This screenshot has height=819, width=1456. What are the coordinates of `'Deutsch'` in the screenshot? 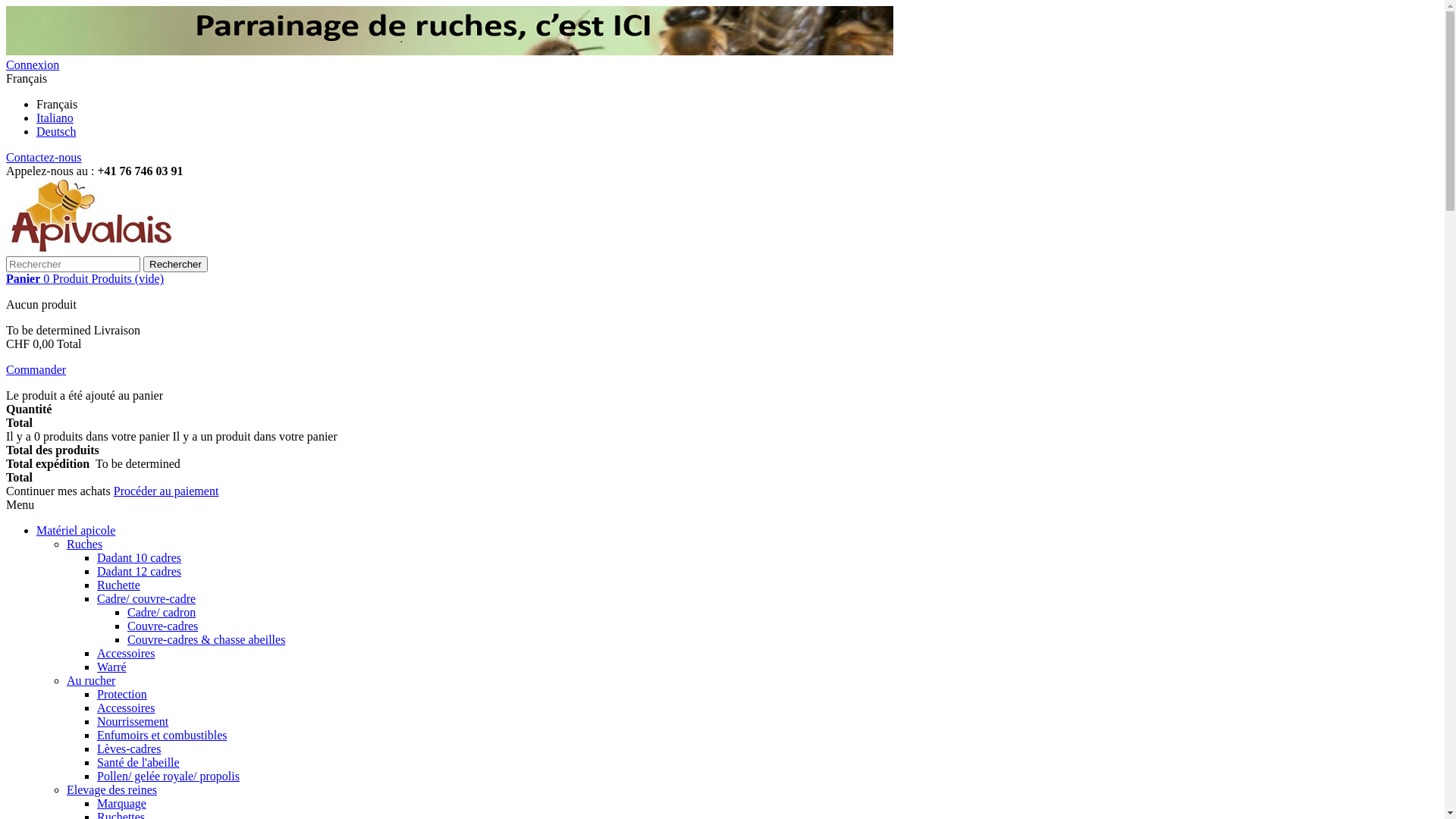 It's located at (36, 130).